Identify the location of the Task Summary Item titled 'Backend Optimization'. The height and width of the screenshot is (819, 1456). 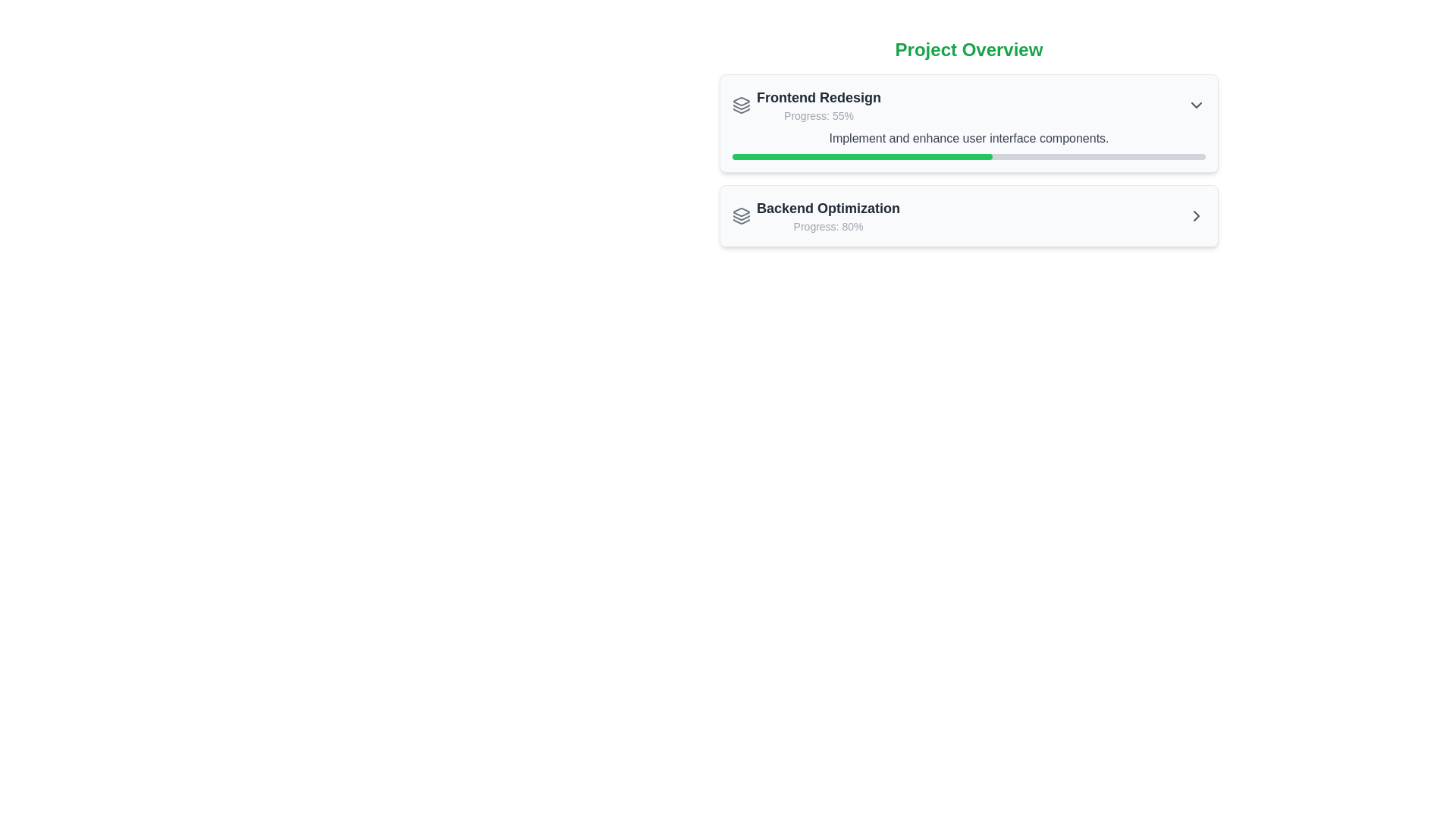
(968, 216).